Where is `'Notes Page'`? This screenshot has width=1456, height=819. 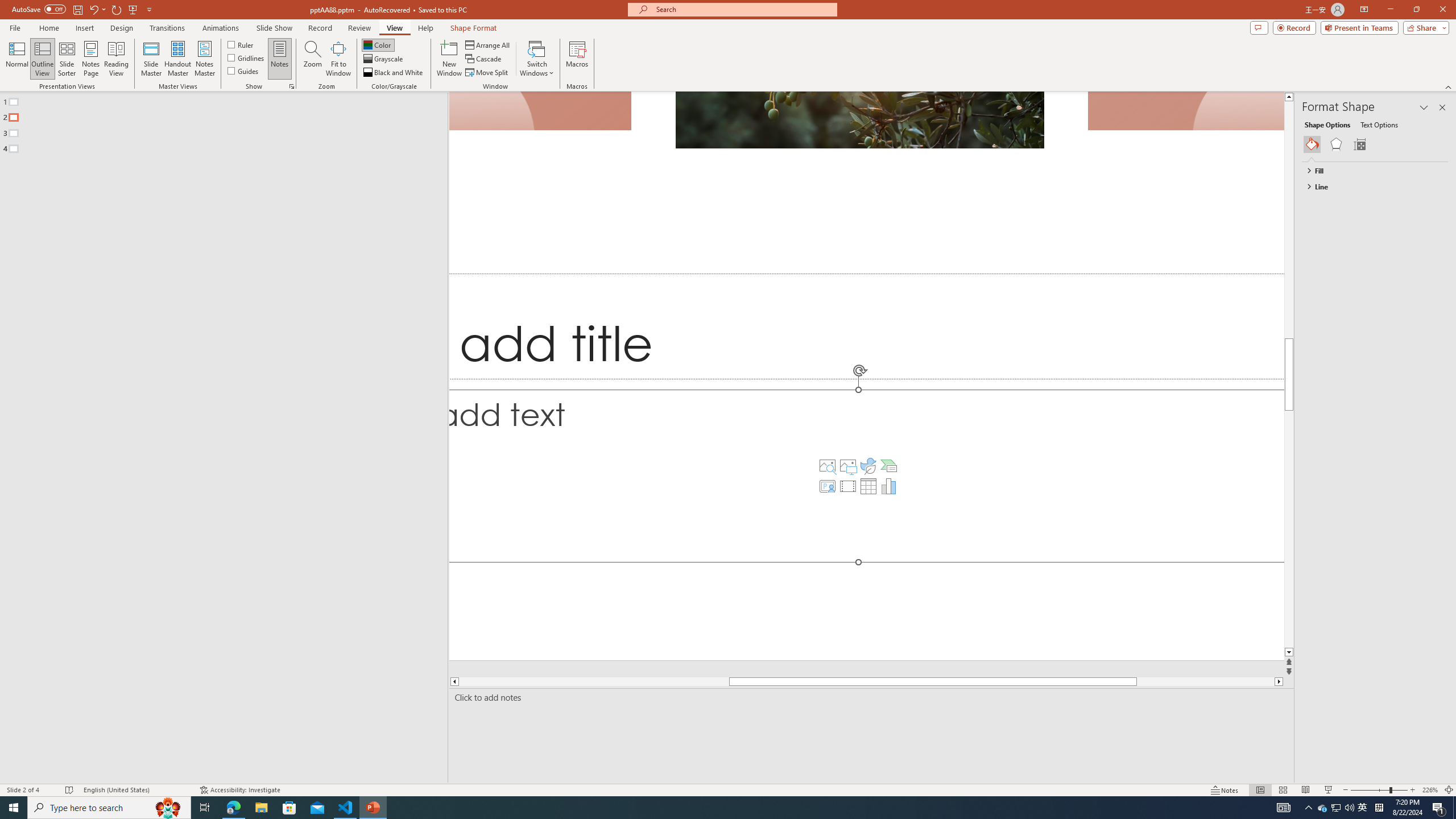 'Notes Page' is located at coordinates (90, 59).